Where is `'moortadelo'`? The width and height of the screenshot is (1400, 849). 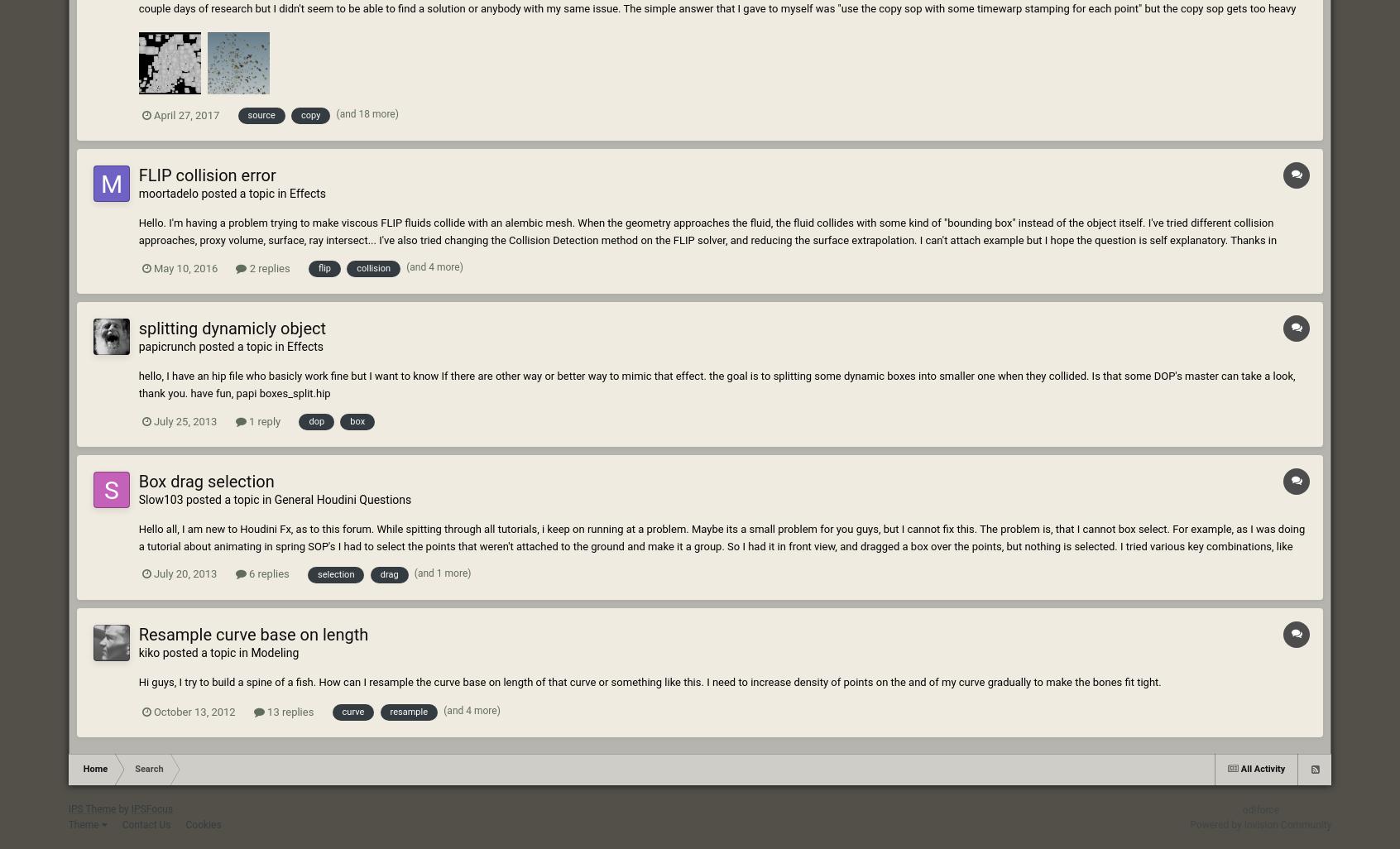
'moortadelo' is located at coordinates (167, 194).